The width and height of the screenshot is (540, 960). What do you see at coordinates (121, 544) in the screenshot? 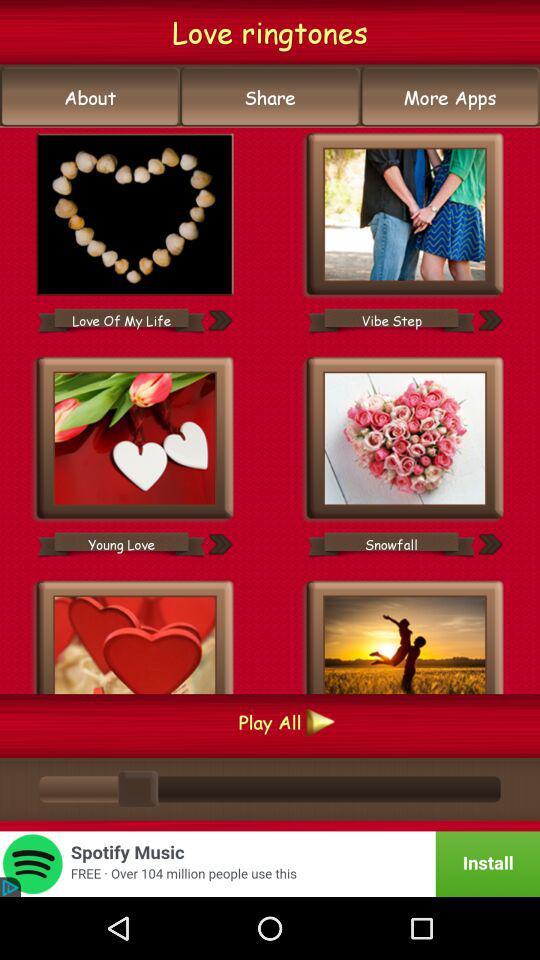
I see `young love item` at bounding box center [121, 544].